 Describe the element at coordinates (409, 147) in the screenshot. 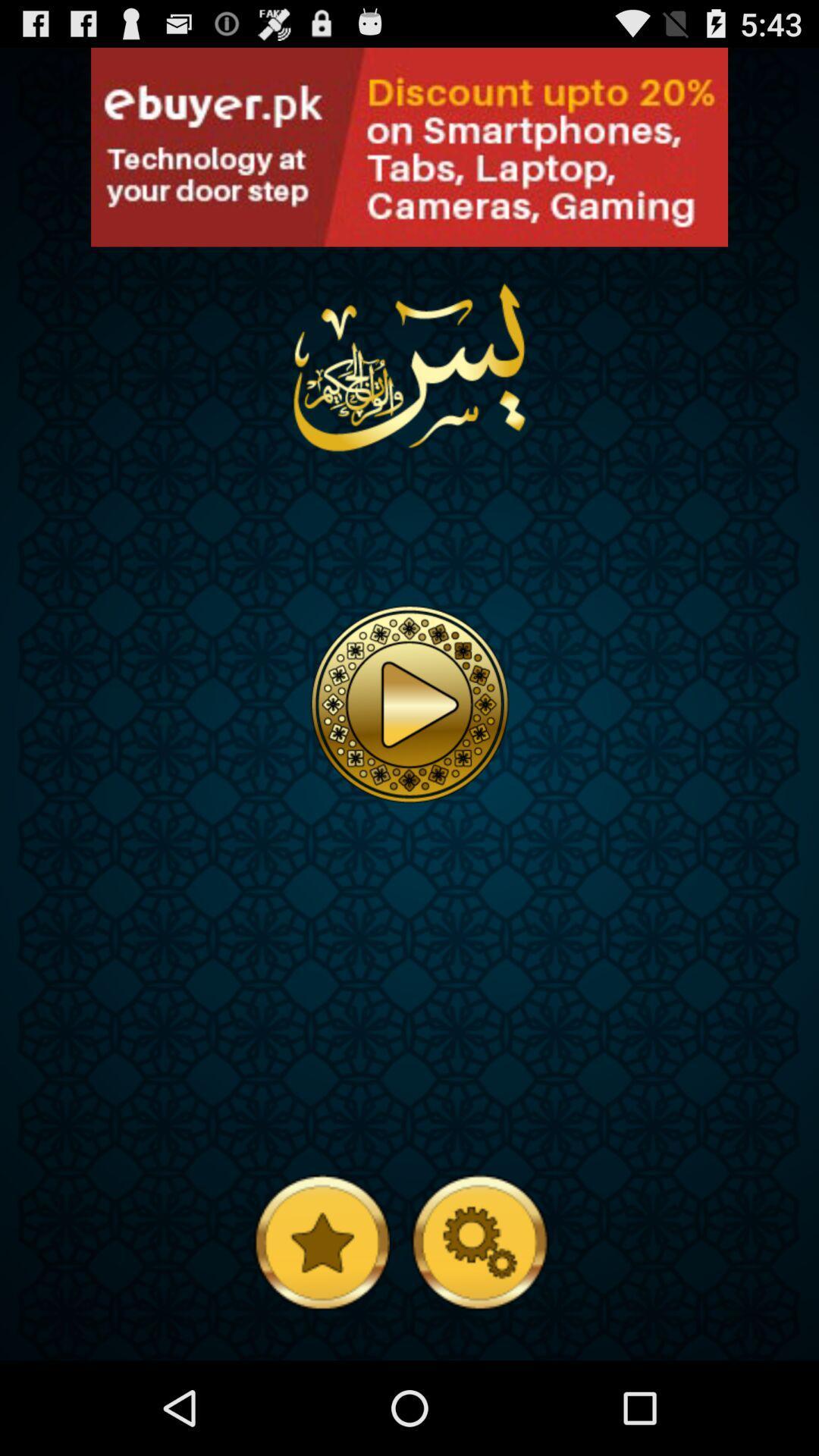

I see `open advertisement` at that location.